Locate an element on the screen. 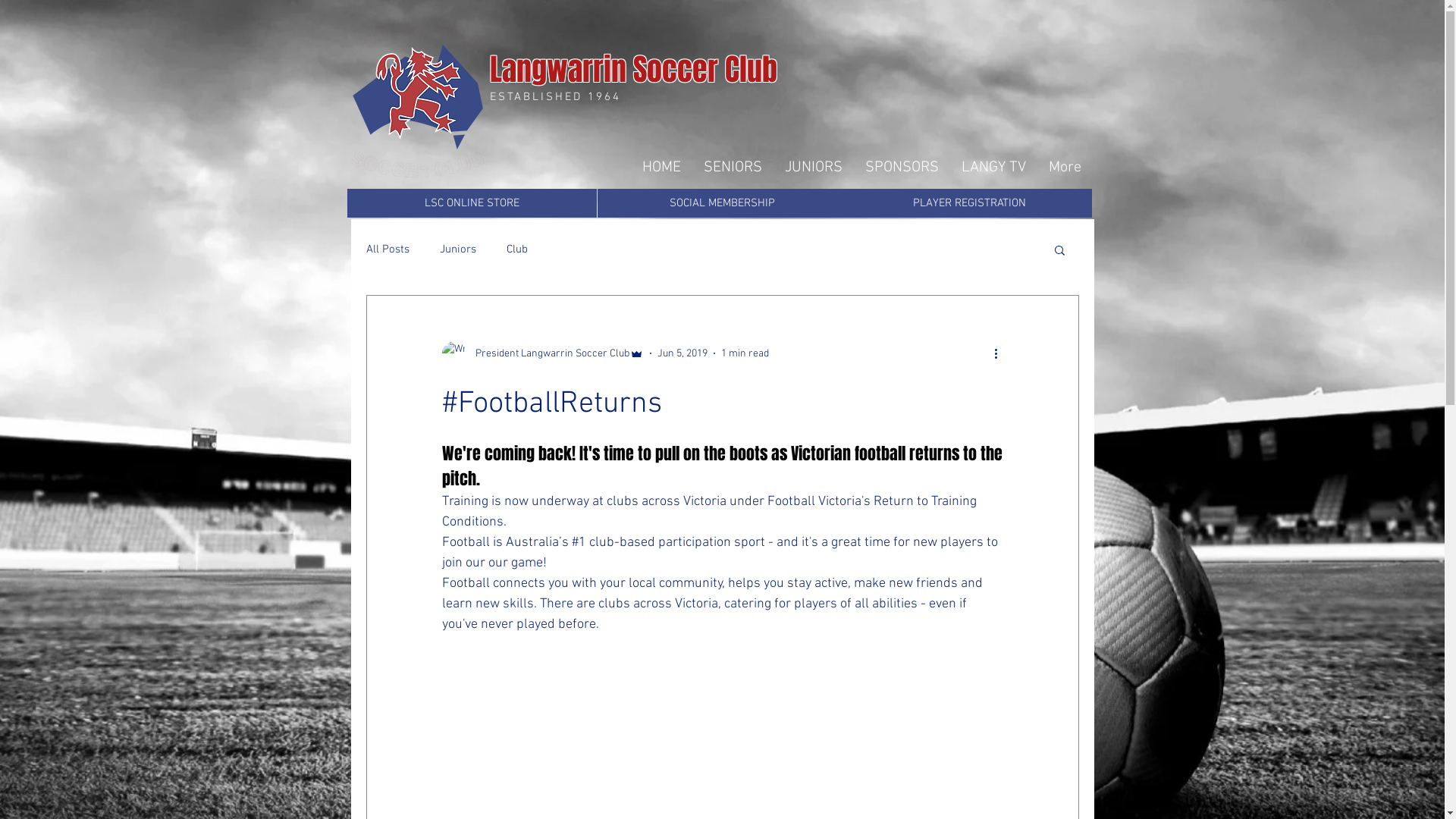  'SENIORS' is located at coordinates (732, 168).